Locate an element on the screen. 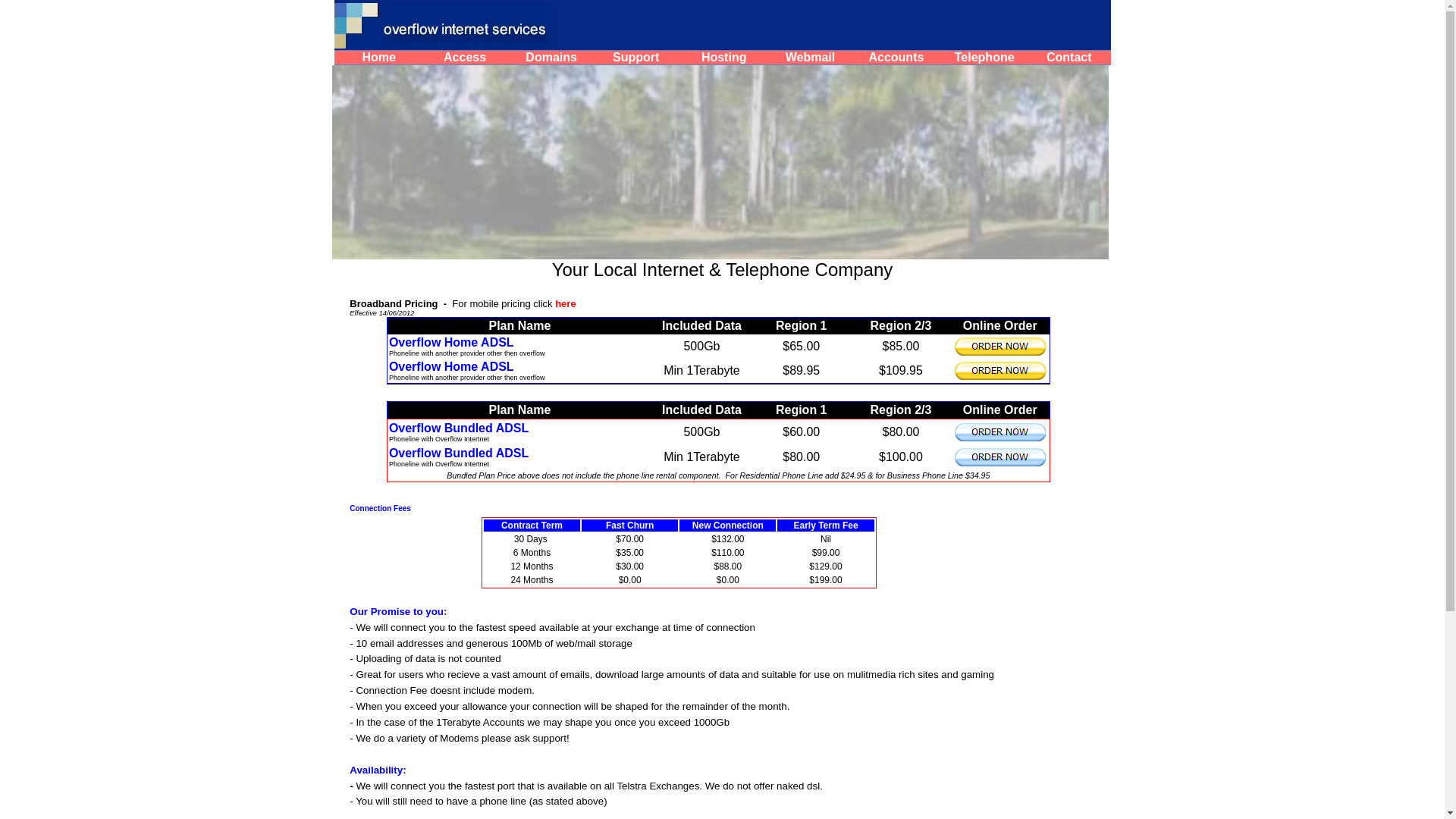  'Access' is located at coordinates (443, 57).